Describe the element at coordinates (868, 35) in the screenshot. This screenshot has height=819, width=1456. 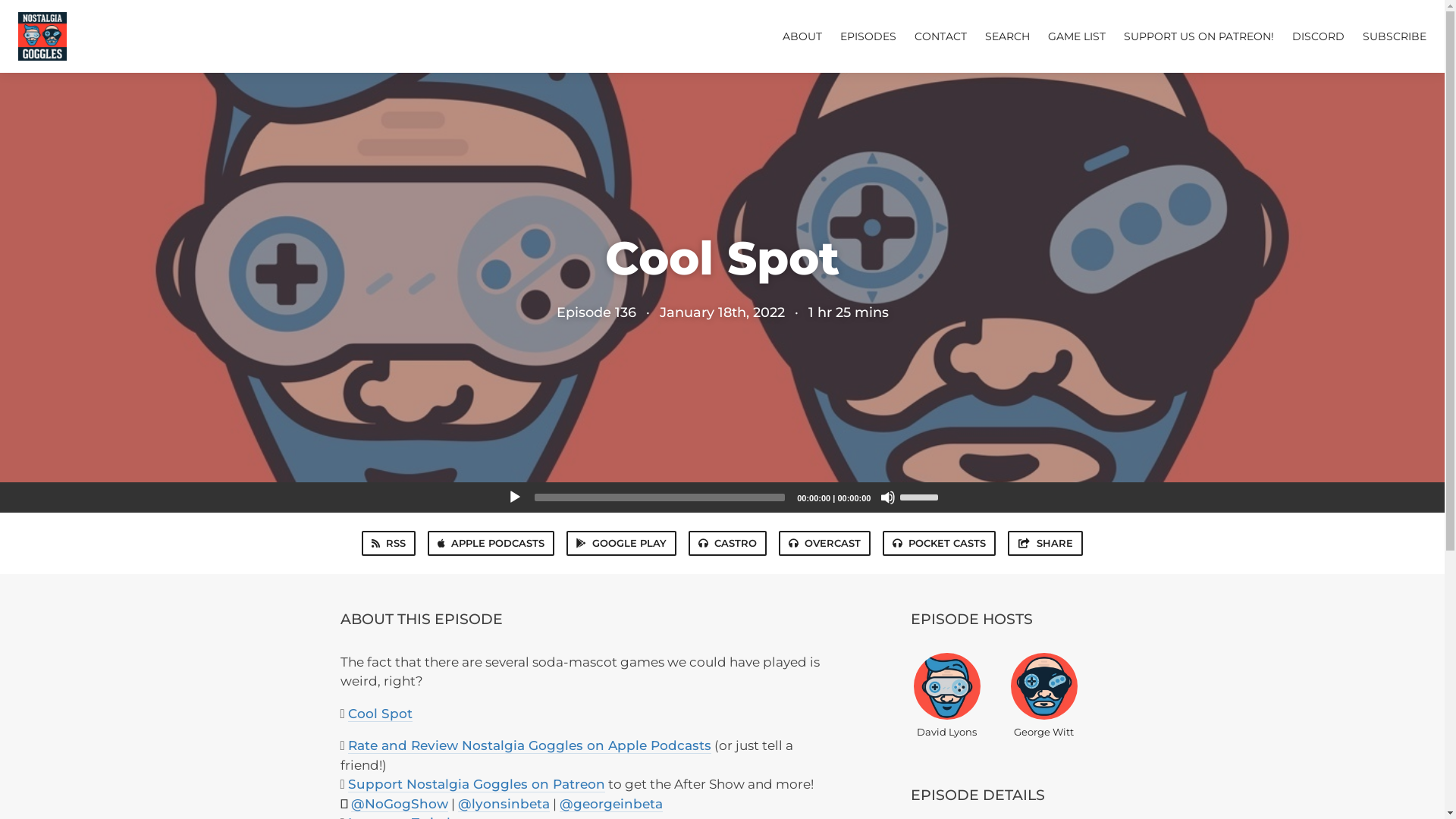
I see `'EPISODES'` at that location.